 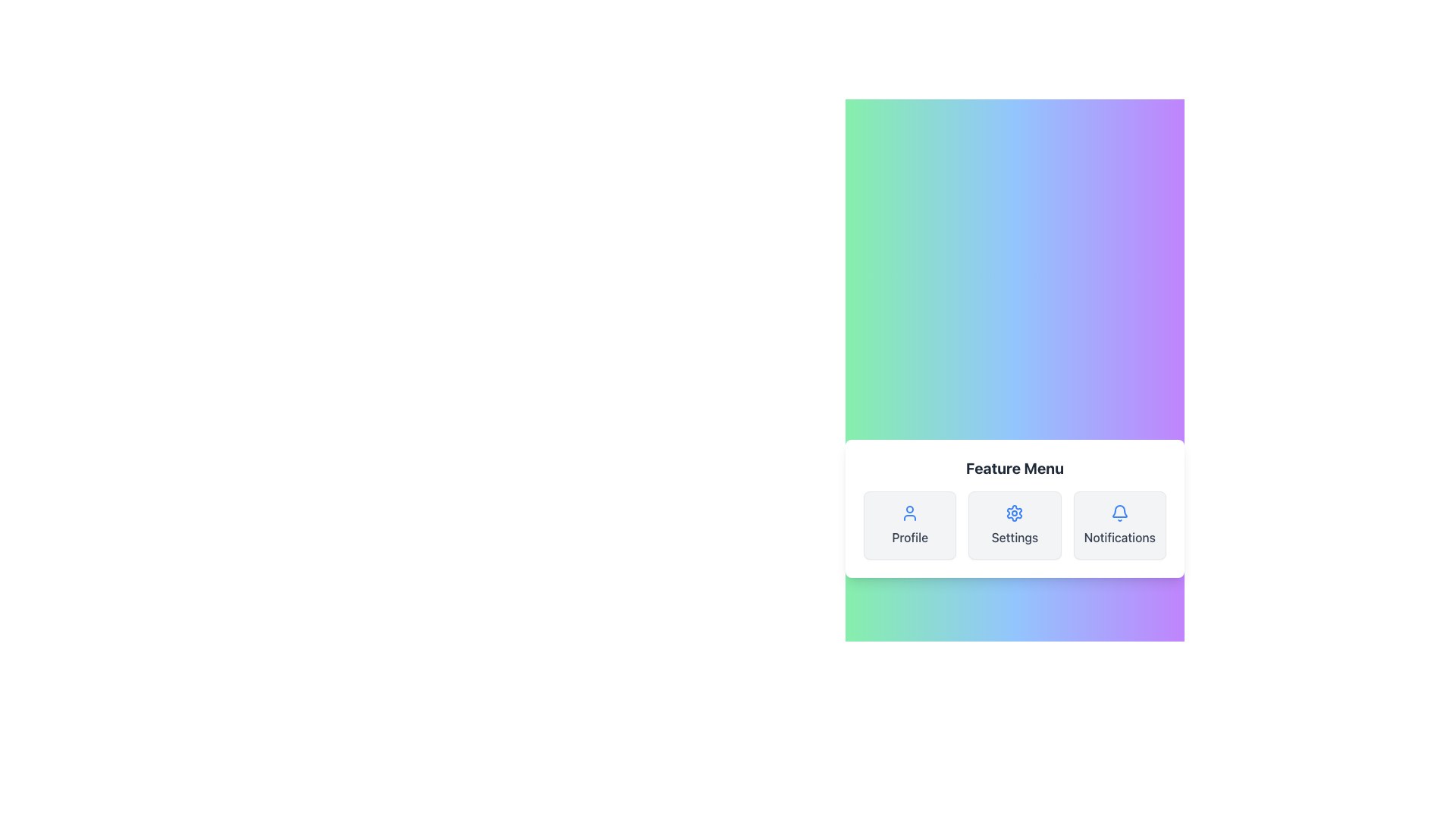 I want to click on the 'Notifications' text label, which is positioned under the bell icon in the third card of the horizontal menu bar on the right side of the interface, so click(x=1119, y=537).